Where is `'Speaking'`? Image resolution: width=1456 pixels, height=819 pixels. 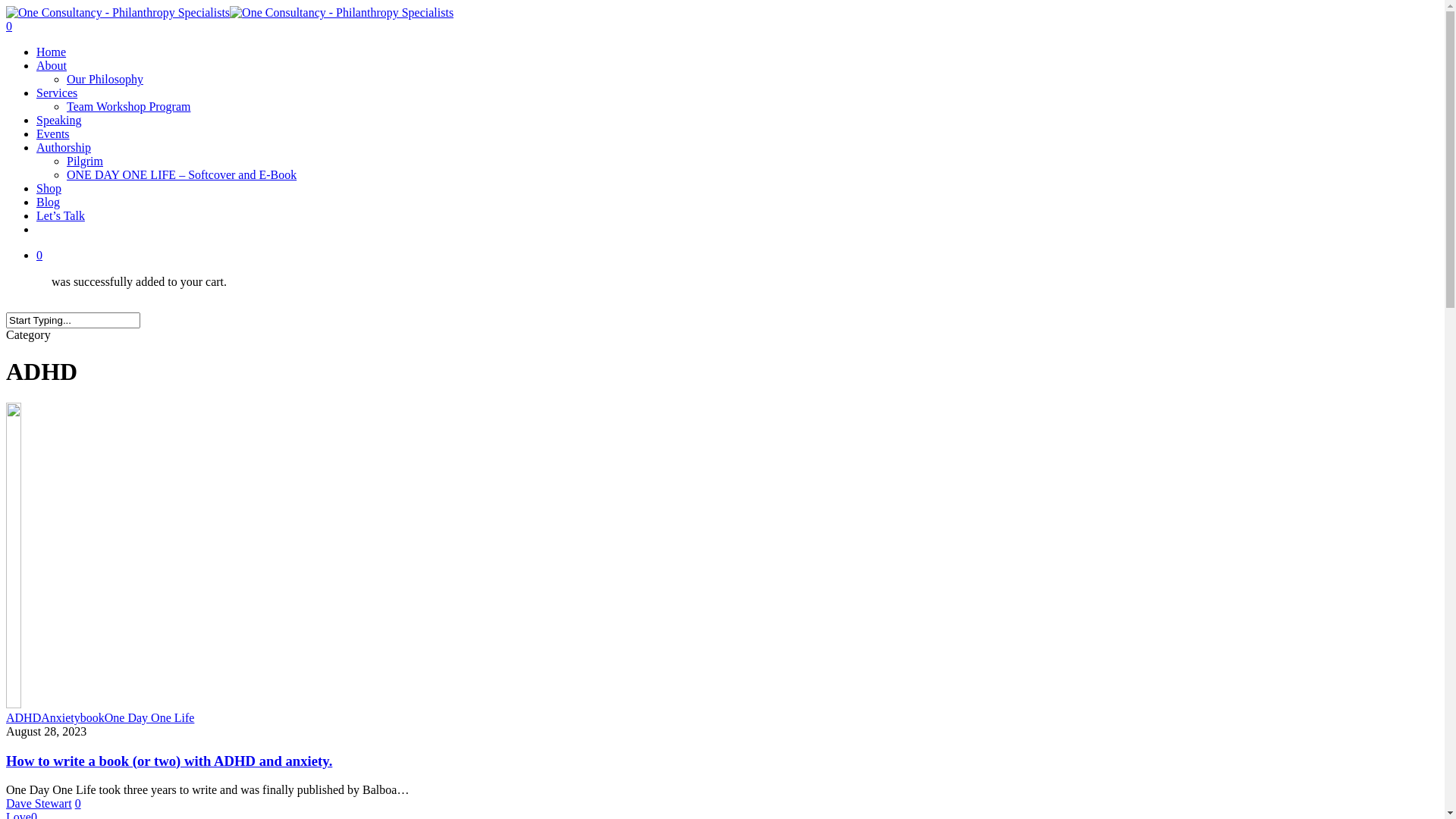 'Speaking' is located at coordinates (58, 119).